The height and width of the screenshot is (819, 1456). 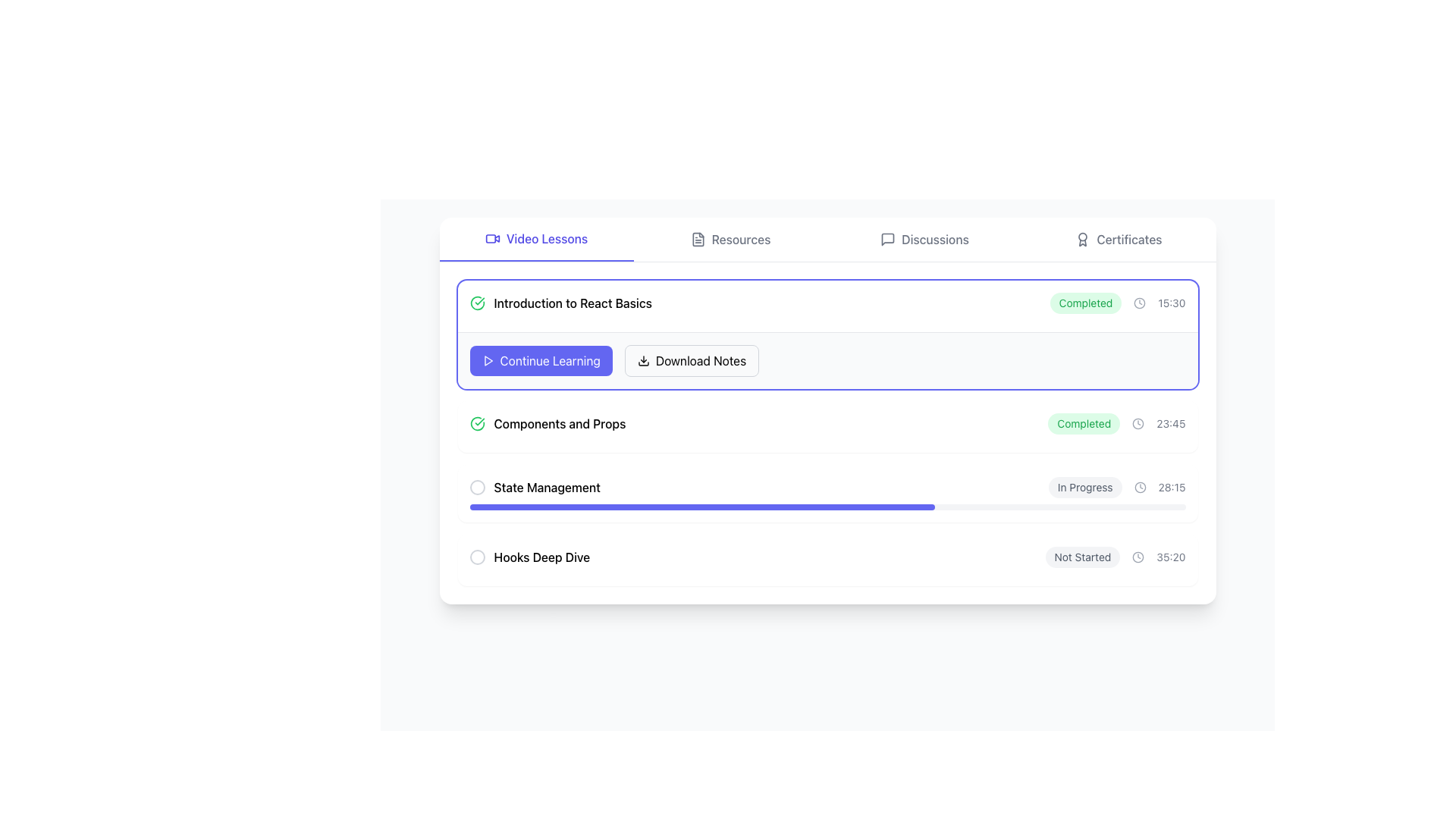 I want to click on the small download icon that represents an arrow pointing downwards into a box, located to the left of the 'Download Notes' text, within a rounded rectangle button, so click(x=643, y=360).